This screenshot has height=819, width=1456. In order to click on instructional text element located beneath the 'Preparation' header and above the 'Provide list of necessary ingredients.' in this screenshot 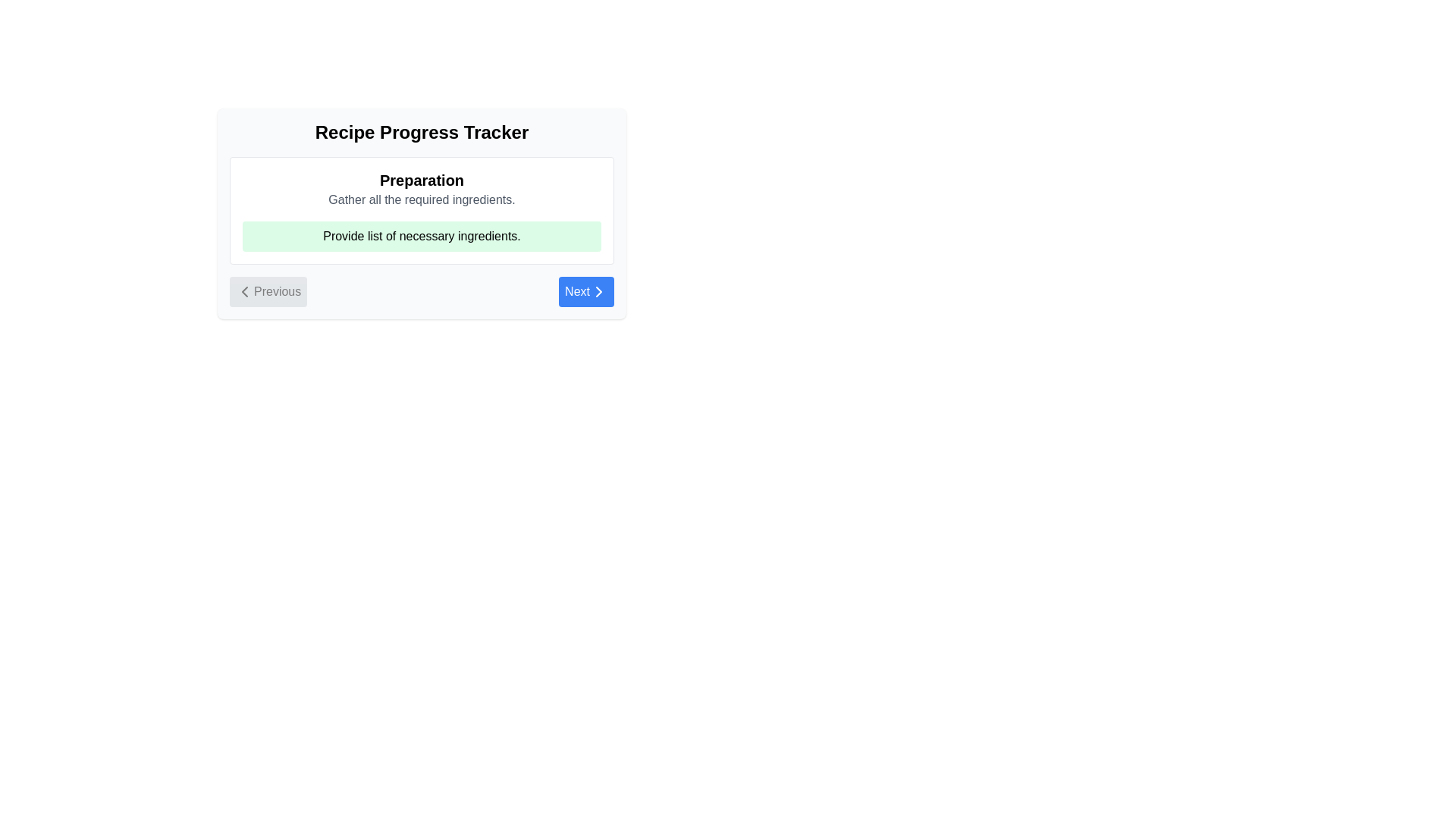, I will do `click(422, 199)`.